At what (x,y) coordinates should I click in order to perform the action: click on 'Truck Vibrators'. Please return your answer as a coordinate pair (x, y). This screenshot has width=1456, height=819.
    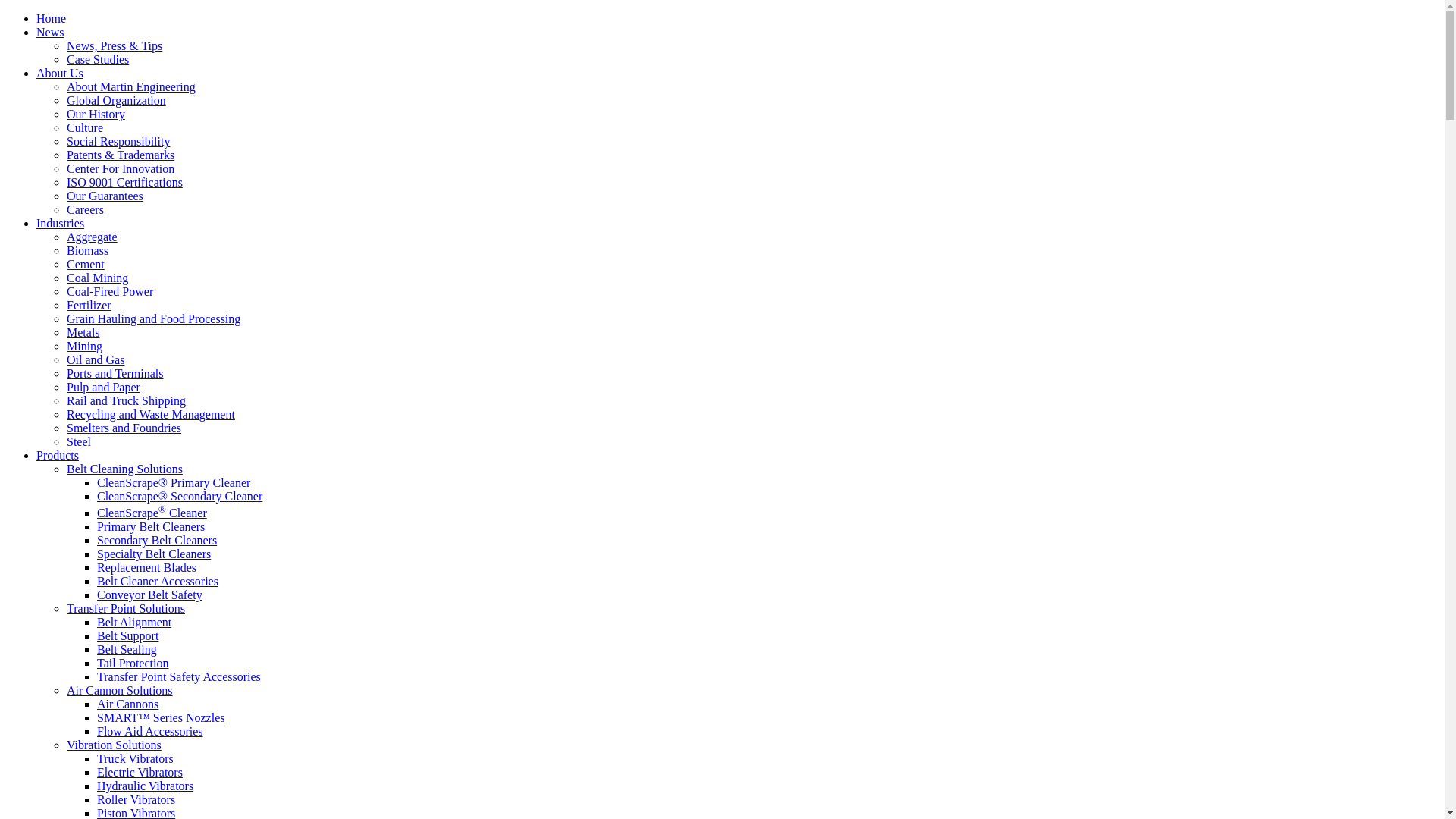
    Looking at the image, I should click on (96, 758).